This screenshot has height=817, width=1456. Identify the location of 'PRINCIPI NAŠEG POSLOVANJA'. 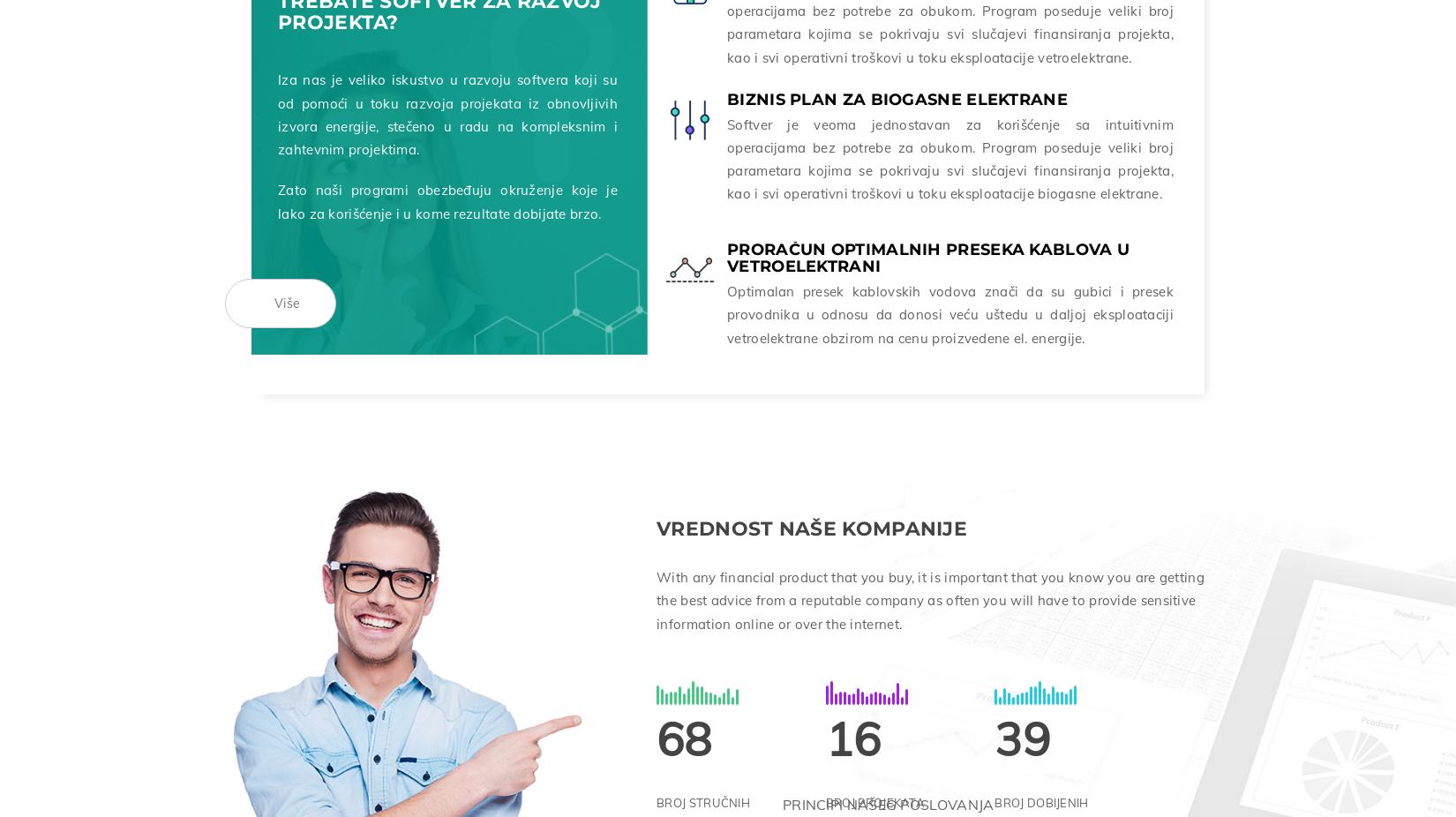
(888, 801).